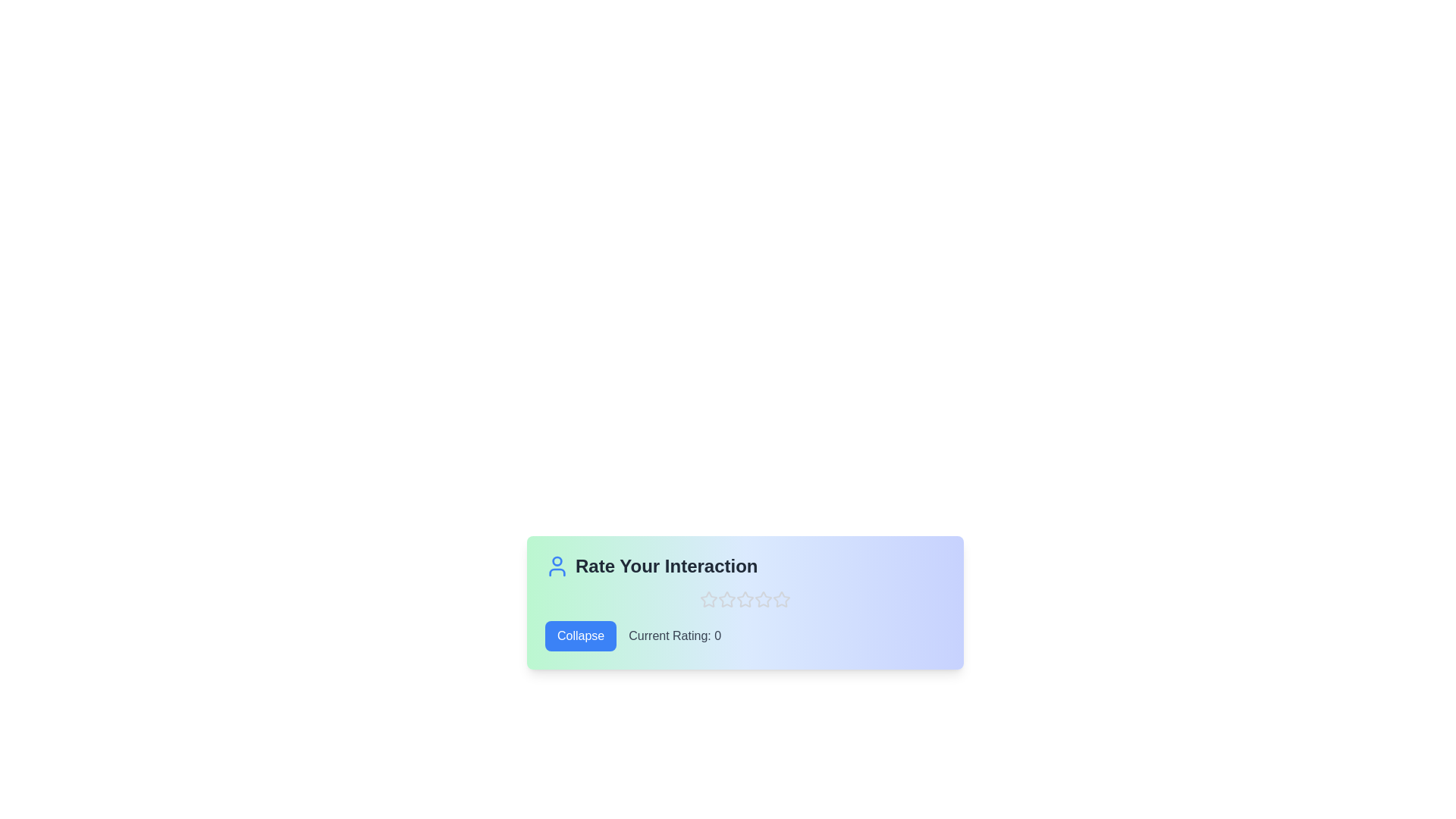 The image size is (1456, 819). What do you see at coordinates (782, 598) in the screenshot?
I see `the star corresponding to the desired rating 5` at bounding box center [782, 598].